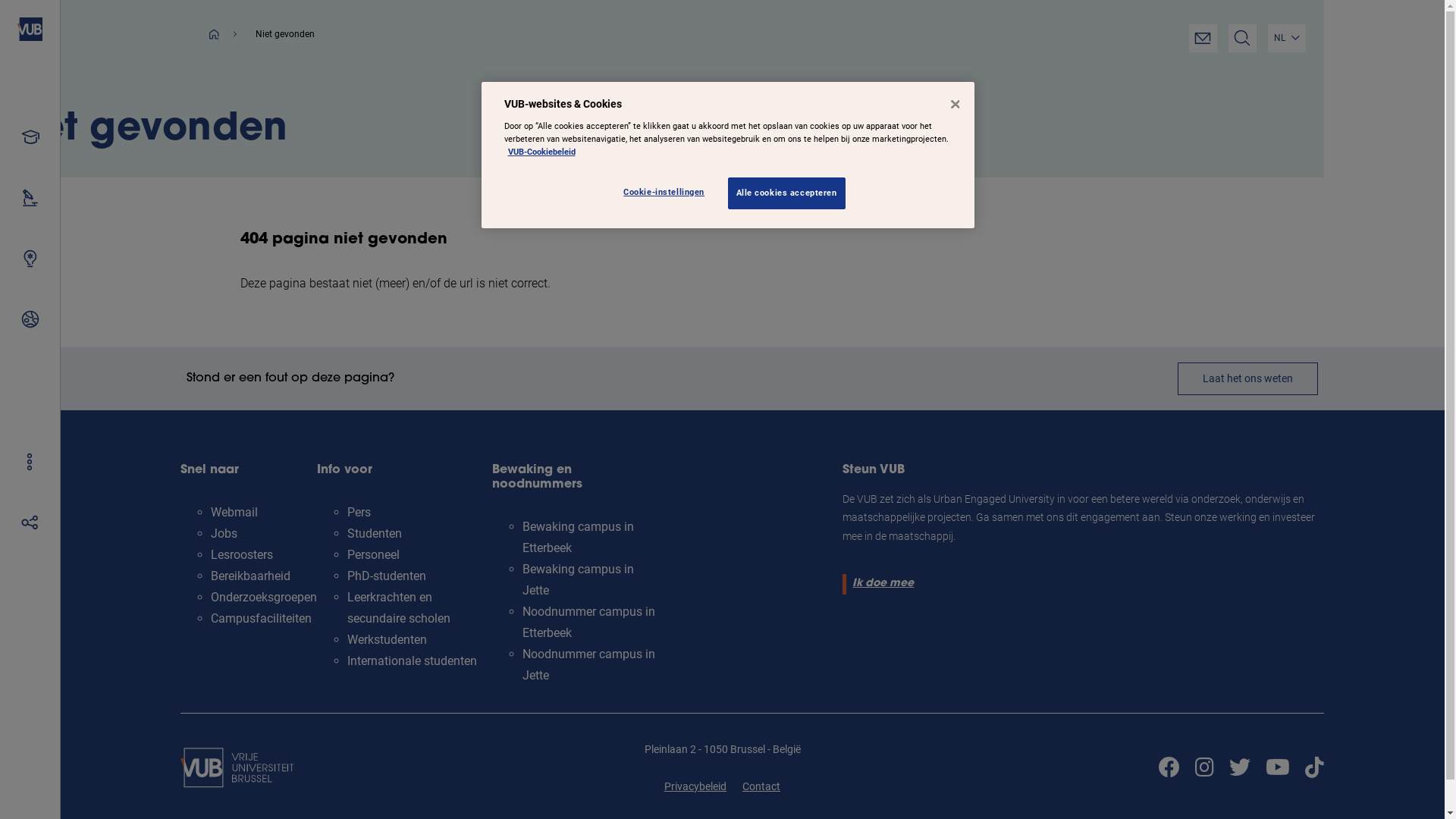  What do you see at coordinates (0, 0) in the screenshot?
I see `'Overslaan en naar de inhoud gaan'` at bounding box center [0, 0].